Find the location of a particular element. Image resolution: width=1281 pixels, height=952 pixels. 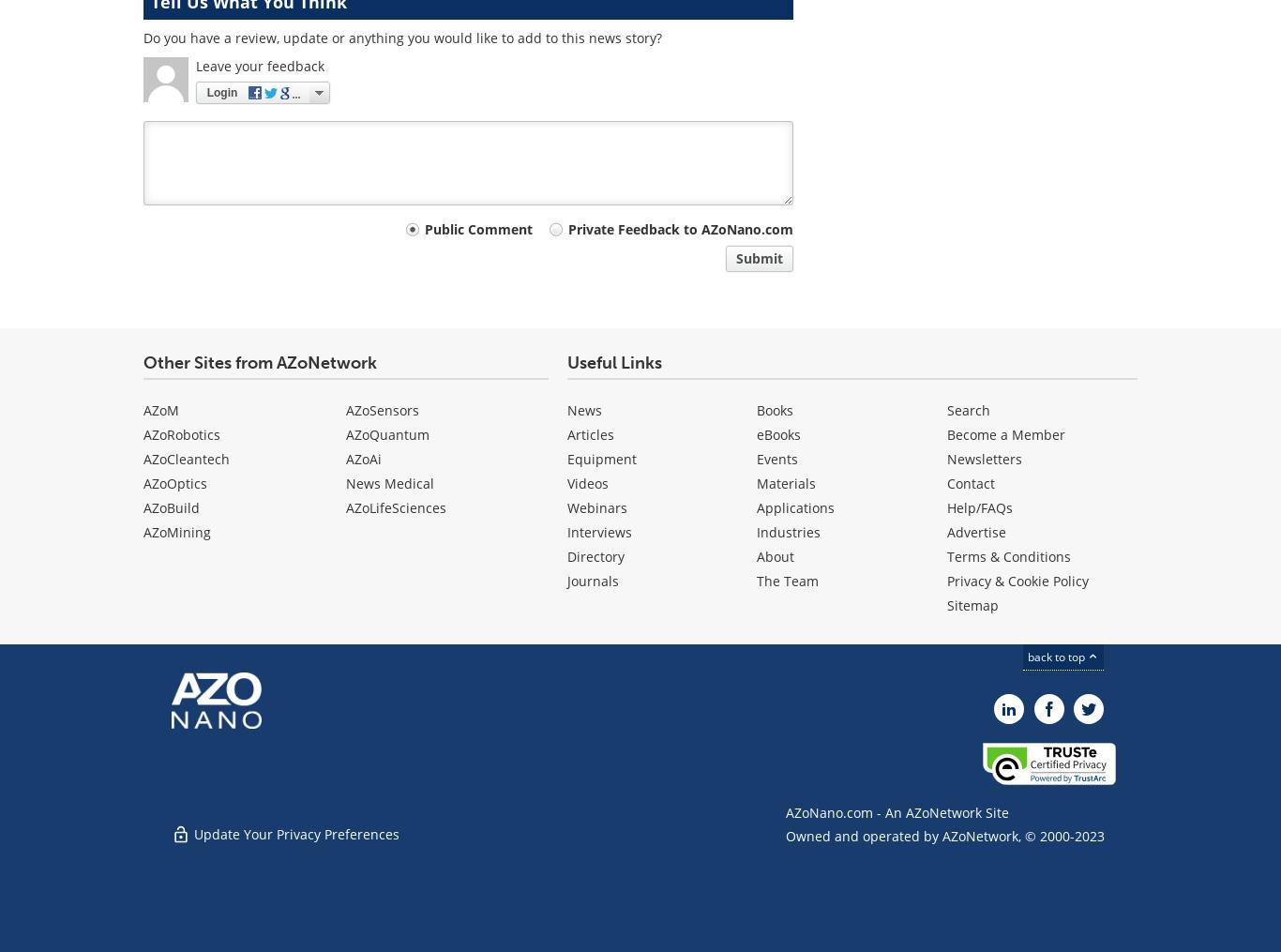

'Submit' is located at coordinates (759, 257).